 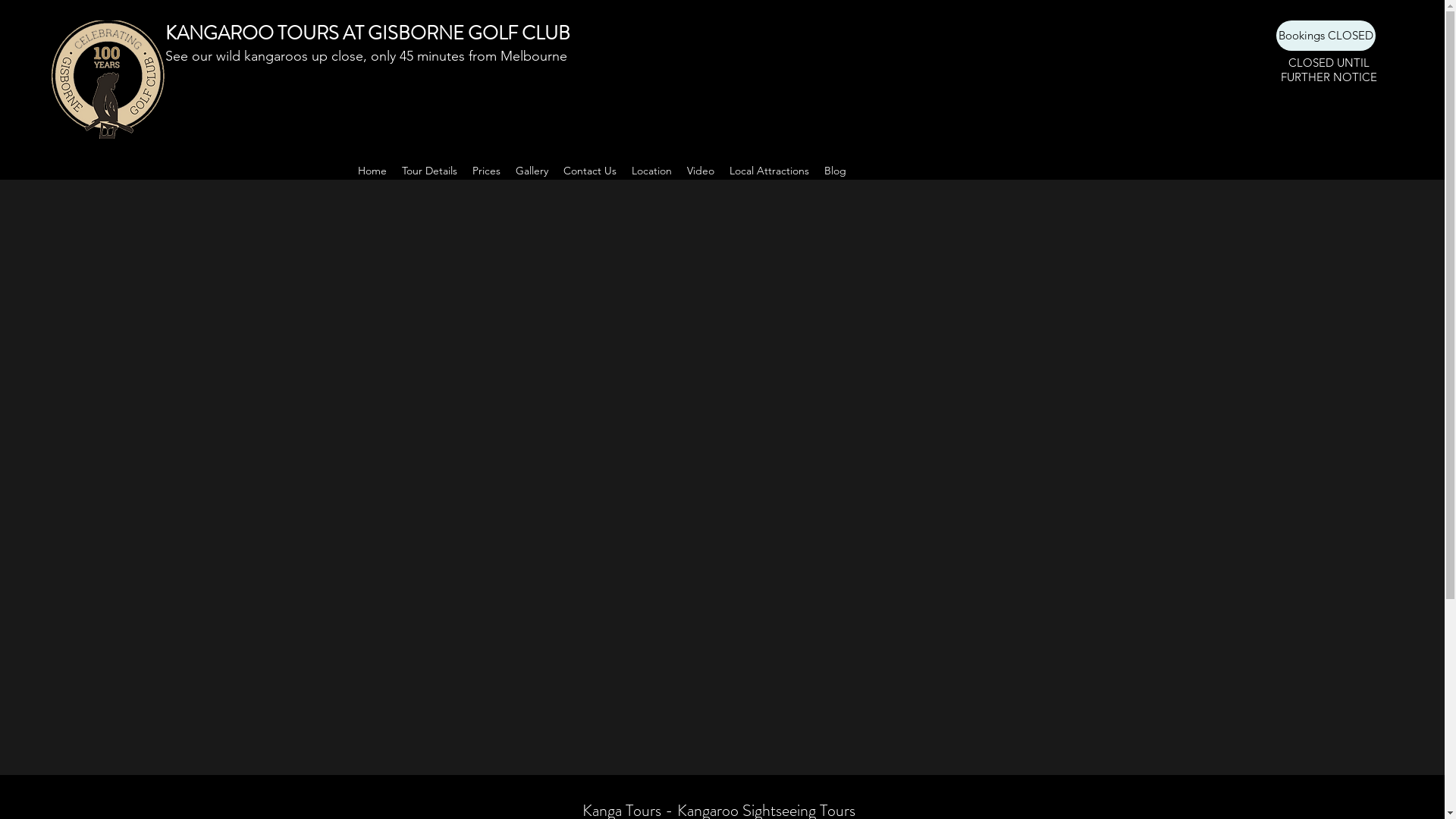 I want to click on 'Blog', so click(x=833, y=170).